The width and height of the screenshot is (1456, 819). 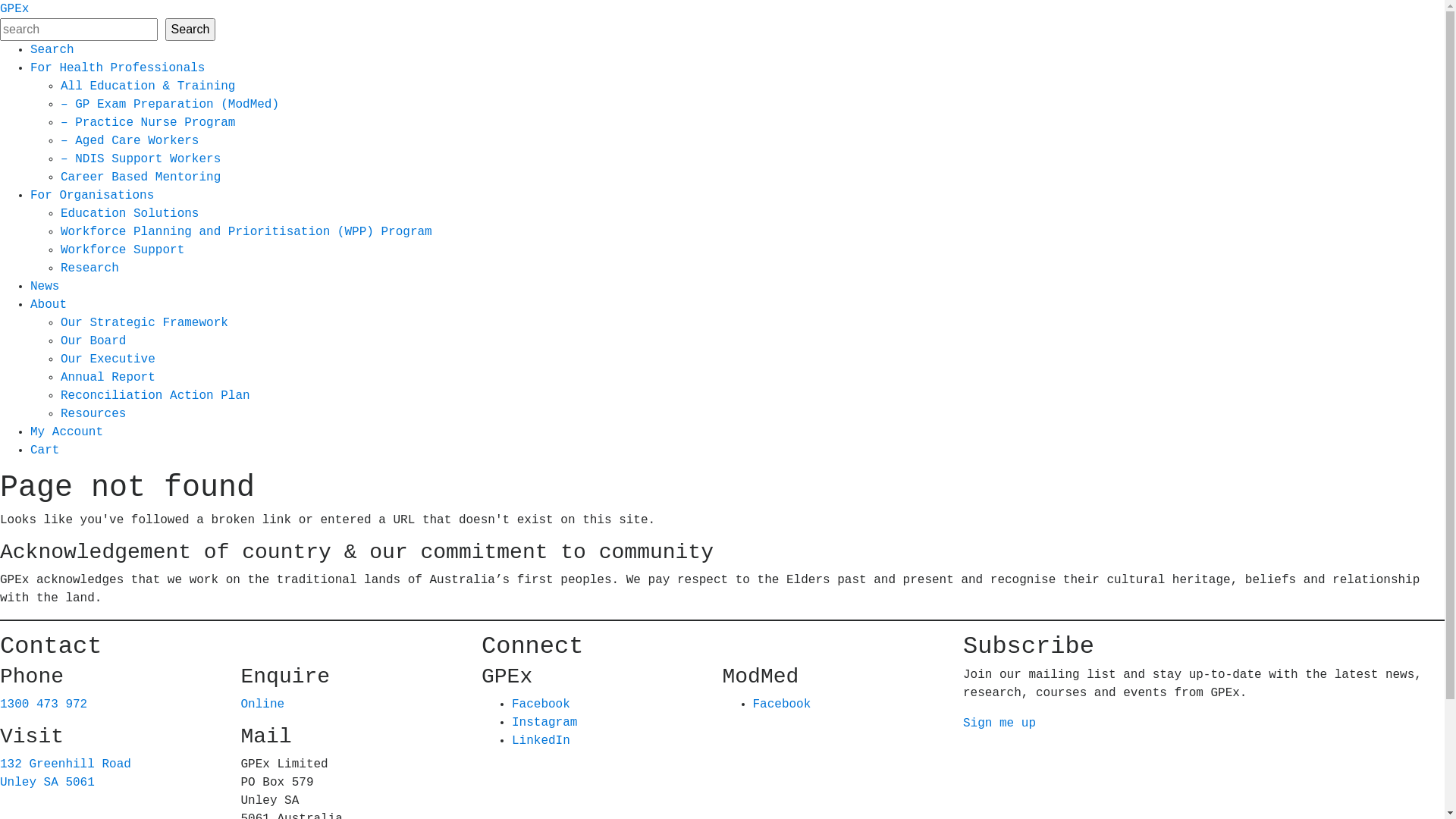 What do you see at coordinates (91, 195) in the screenshot?
I see `'For Organisations'` at bounding box center [91, 195].